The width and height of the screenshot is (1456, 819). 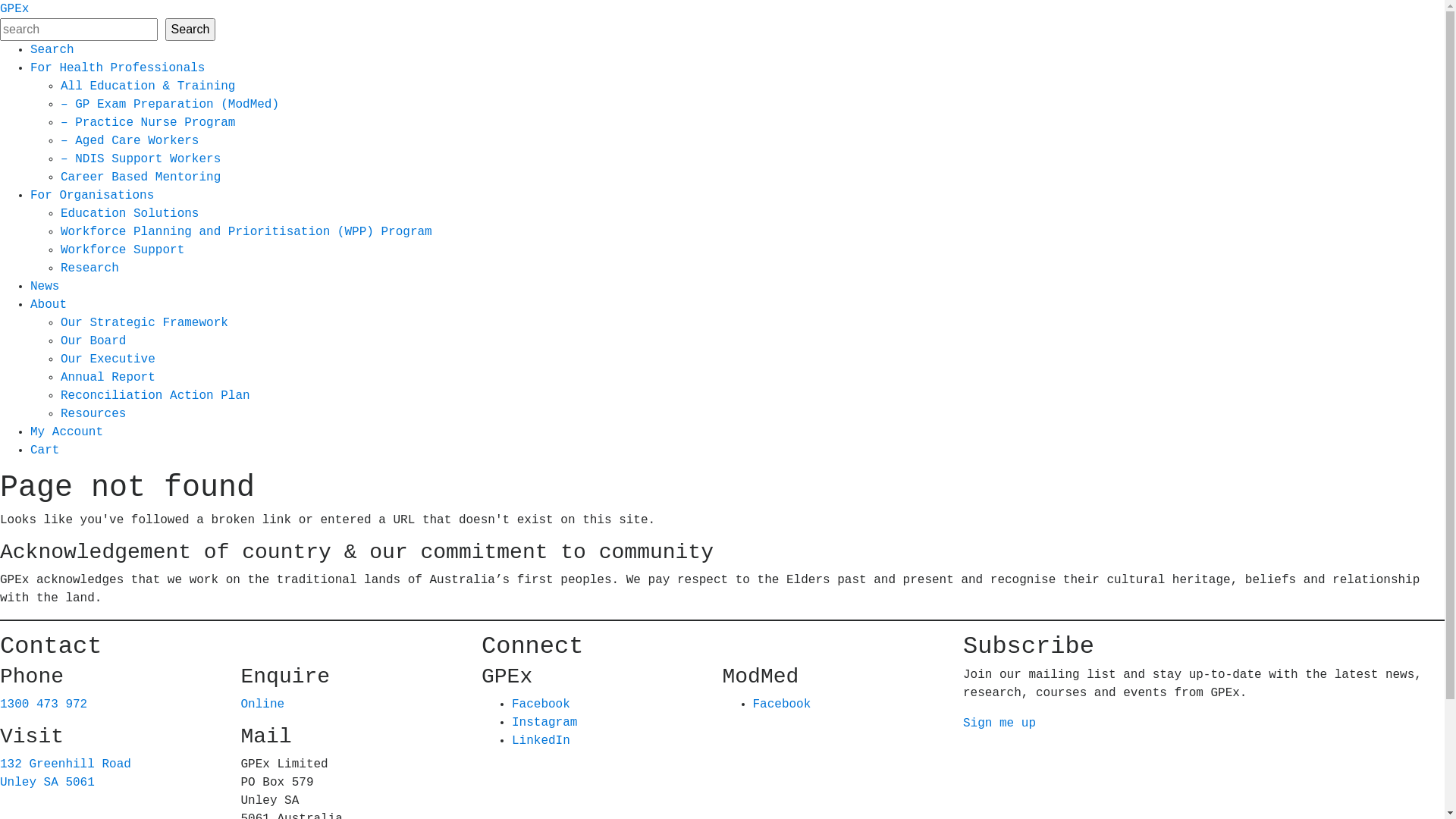 What do you see at coordinates (91, 195) in the screenshot?
I see `'For Organisations'` at bounding box center [91, 195].